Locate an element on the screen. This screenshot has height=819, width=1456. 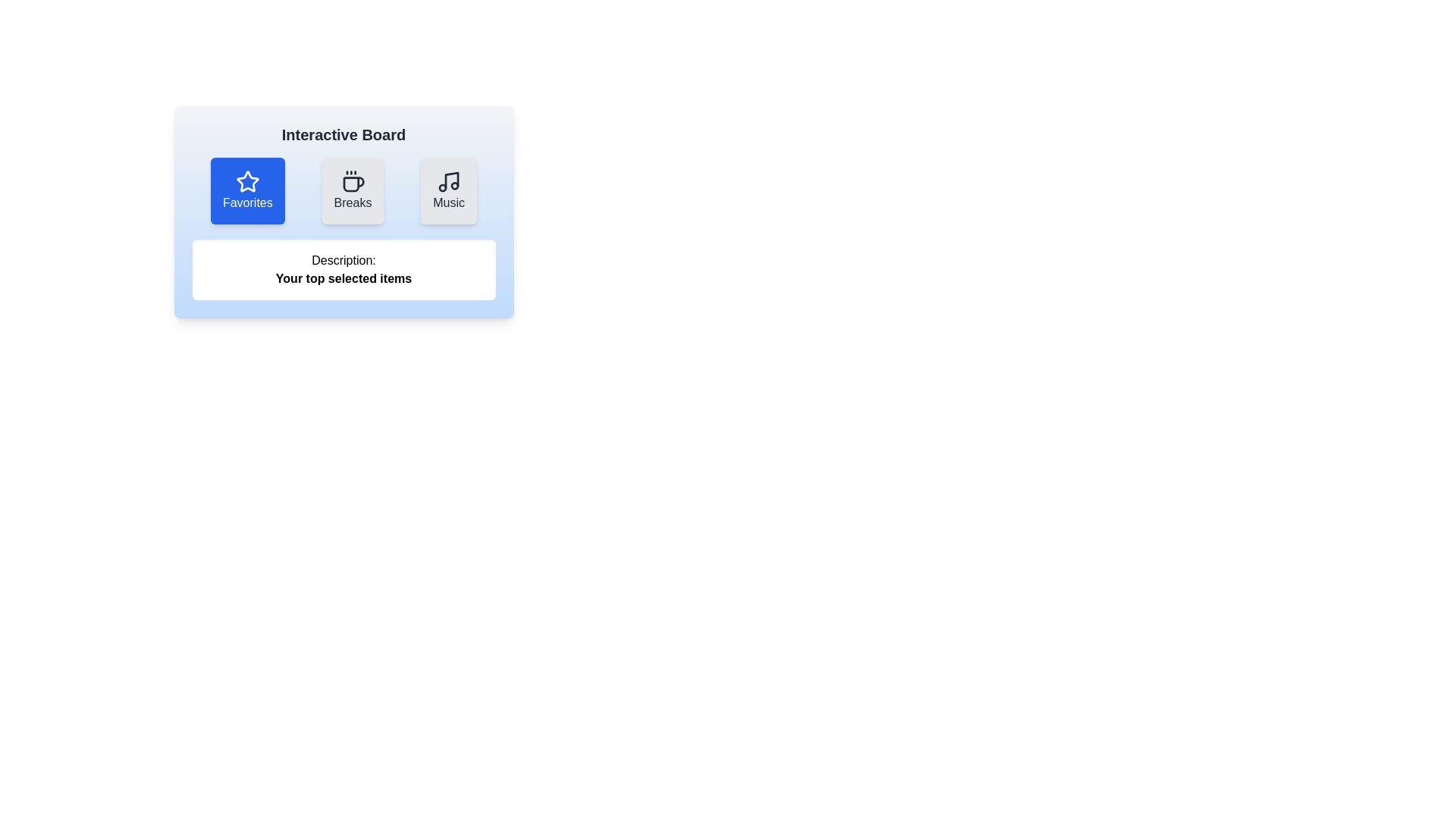
the Favorites button to select it is located at coordinates (247, 190).